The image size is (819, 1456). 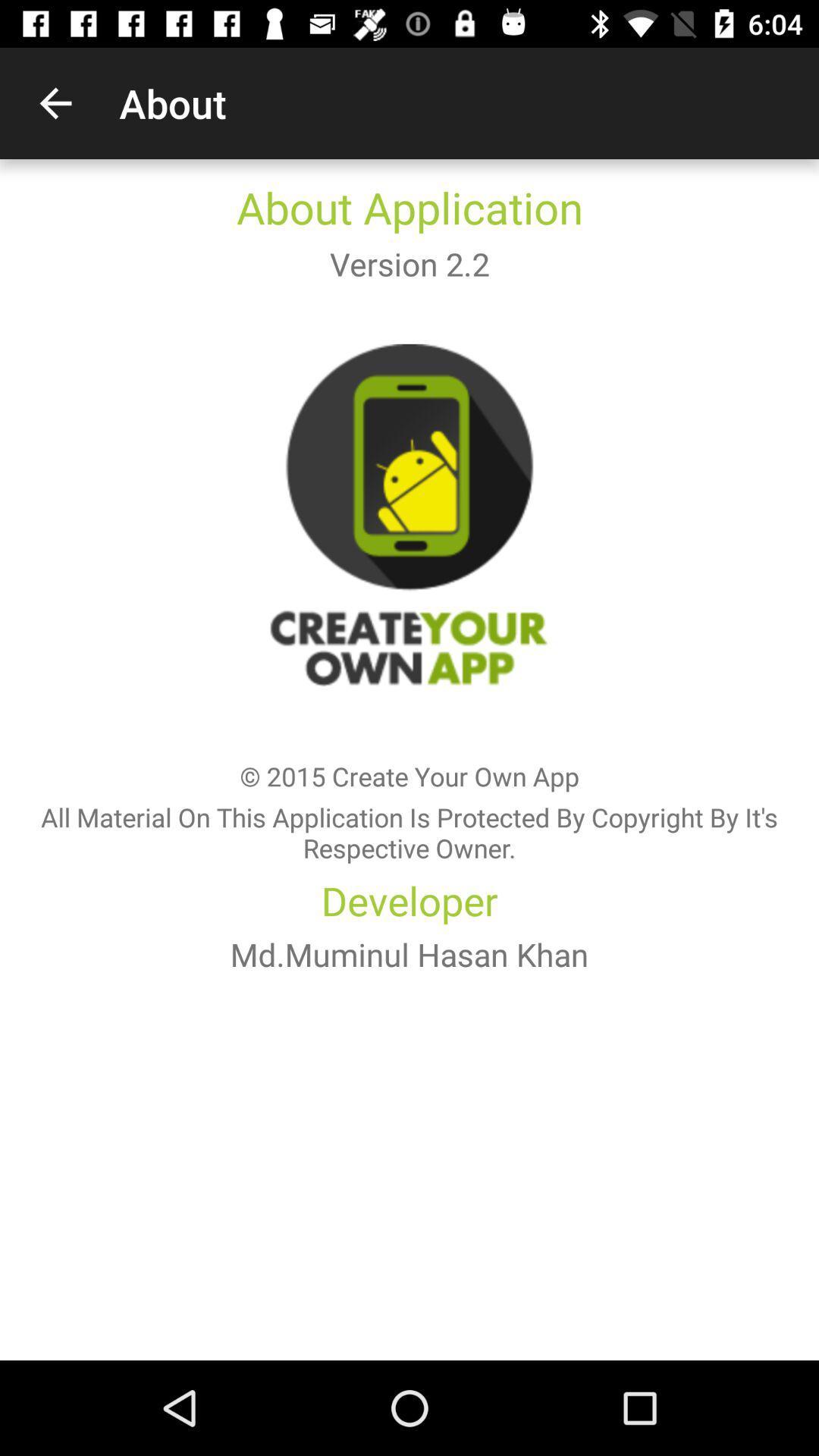 What do you see at coordinates (55, 102) in the screenshot?
I see `icon above about application` at bounding box center [55, 102].